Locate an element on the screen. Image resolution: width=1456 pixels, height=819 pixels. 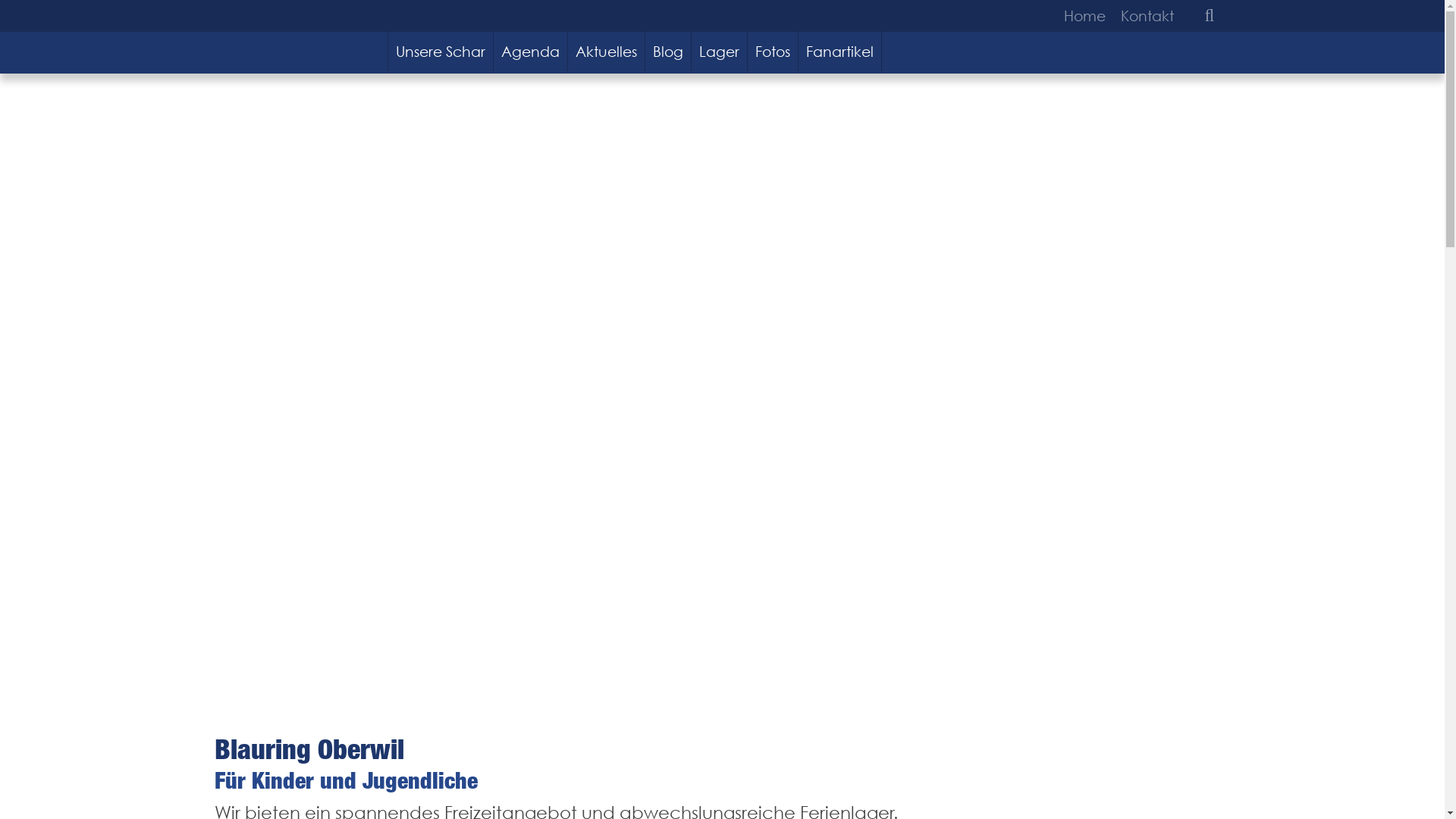
'Kontakt' is located at coordinates (1143, 15).